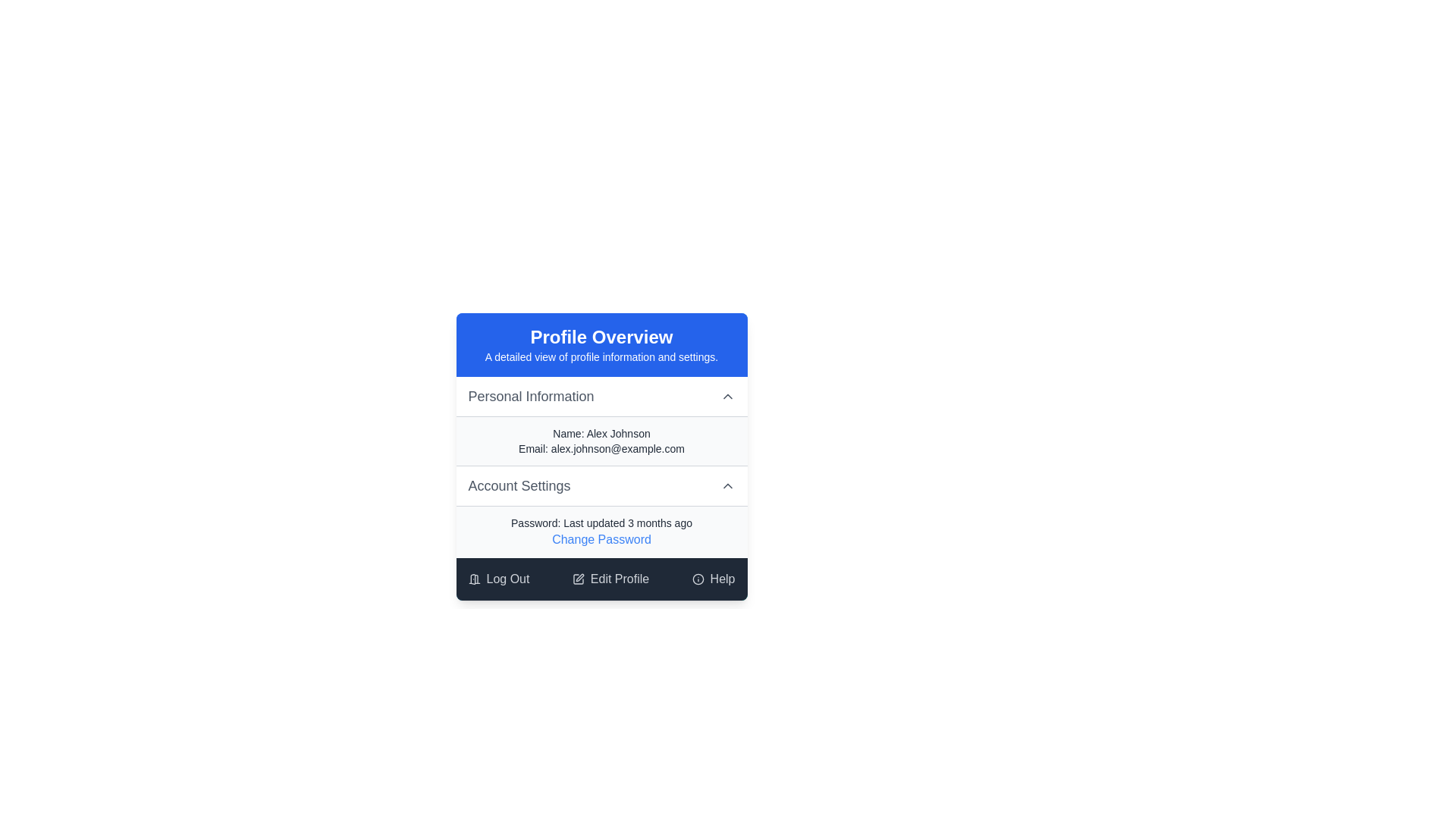 The width and height of the screenshot is (1456, 819). Describe the element at coordinates (601, 356) in the screenshot. I see `the static text that reads 'A detailed view of profile information and settings.' located below the 'Profile Overview' heading within the blue background section` at that location.